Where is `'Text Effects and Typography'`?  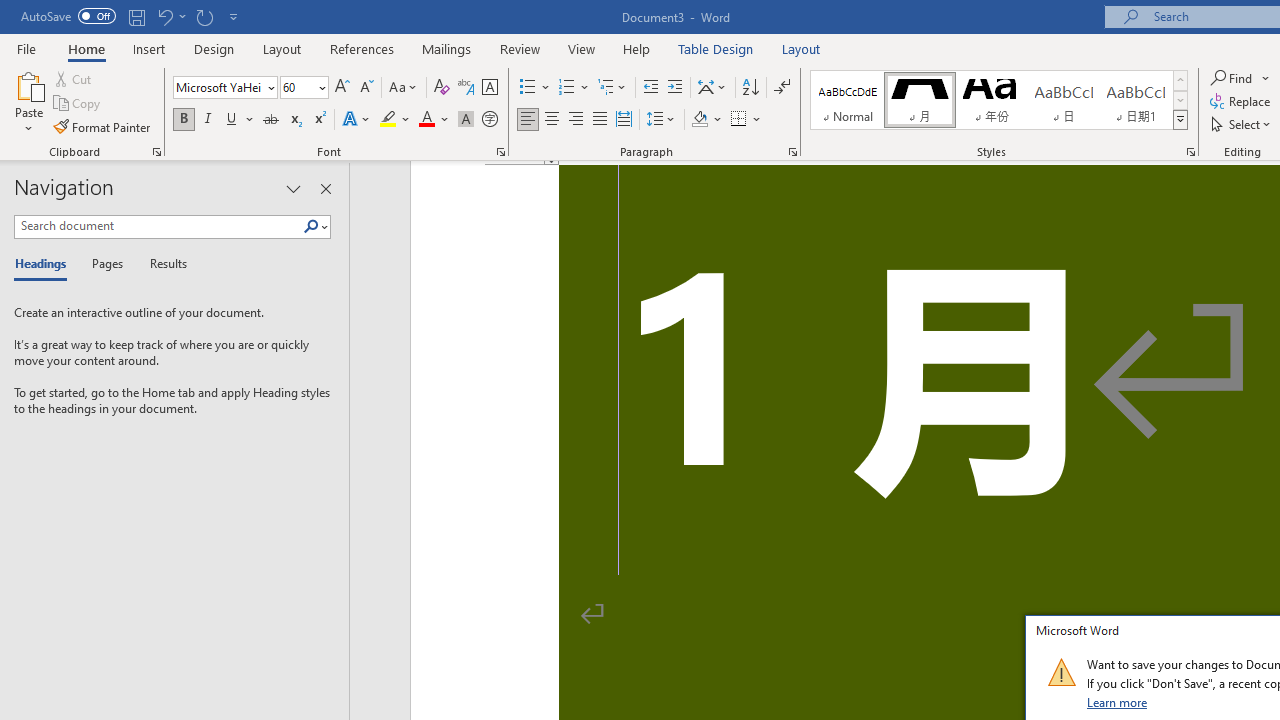
'Text Effects and Typography' is located at coordinates (357, 119).